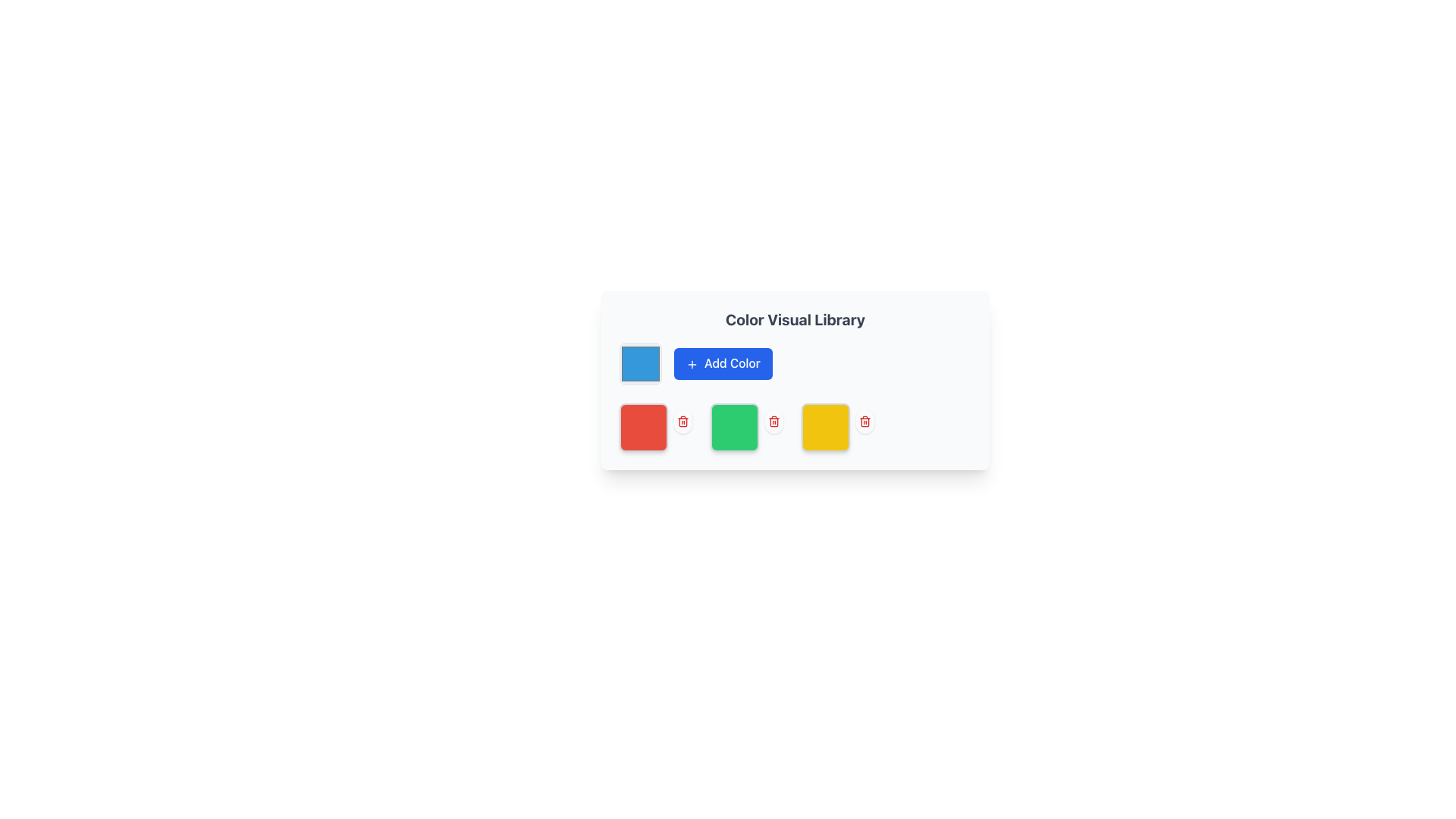 Image resolution: width=1456 pixels, height=819 pixels. I want to click on the third colored tile in the 'Color Visual Library' grid, so click(749, 427).